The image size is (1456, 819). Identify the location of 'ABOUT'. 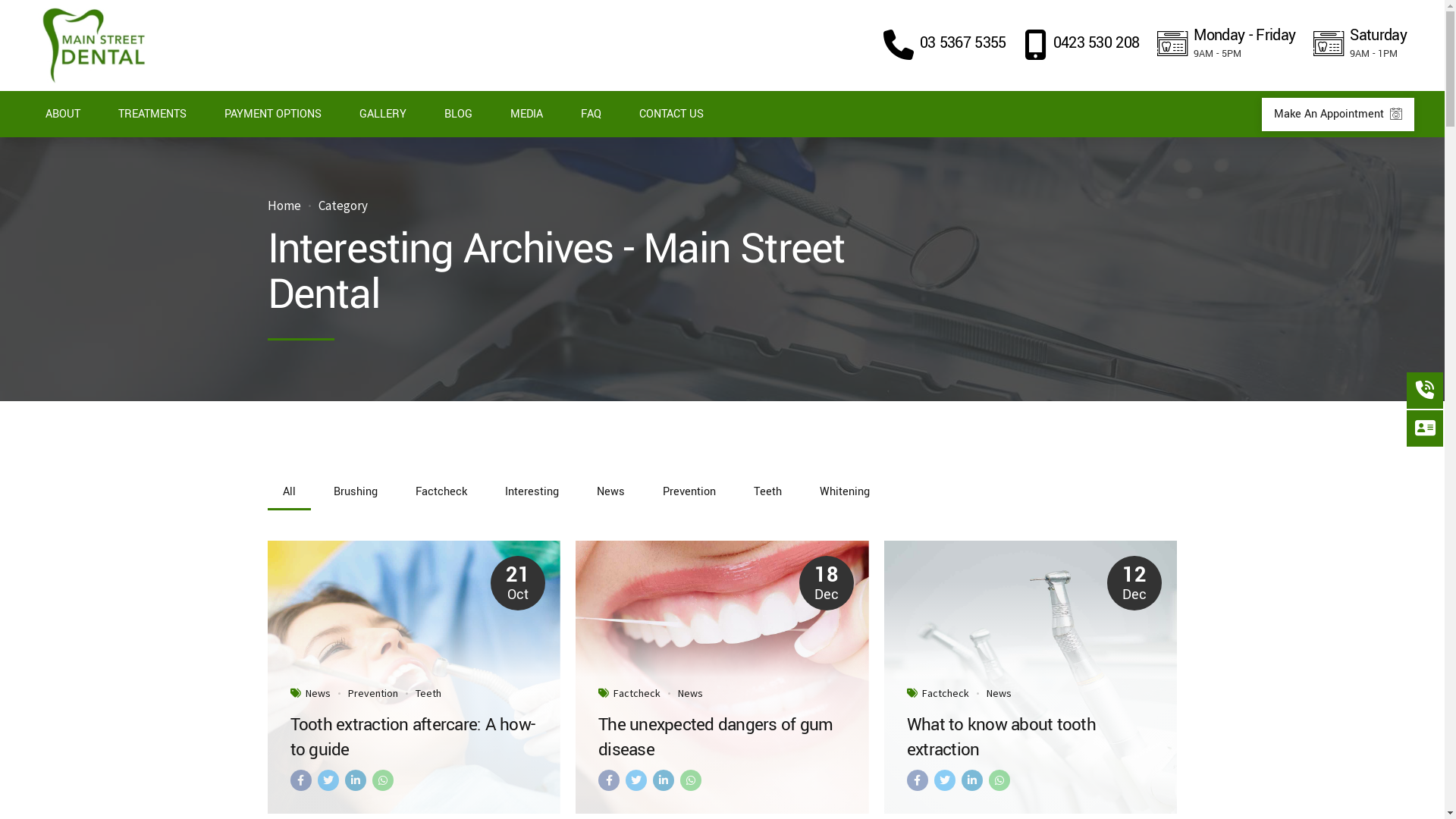
(61, 113).